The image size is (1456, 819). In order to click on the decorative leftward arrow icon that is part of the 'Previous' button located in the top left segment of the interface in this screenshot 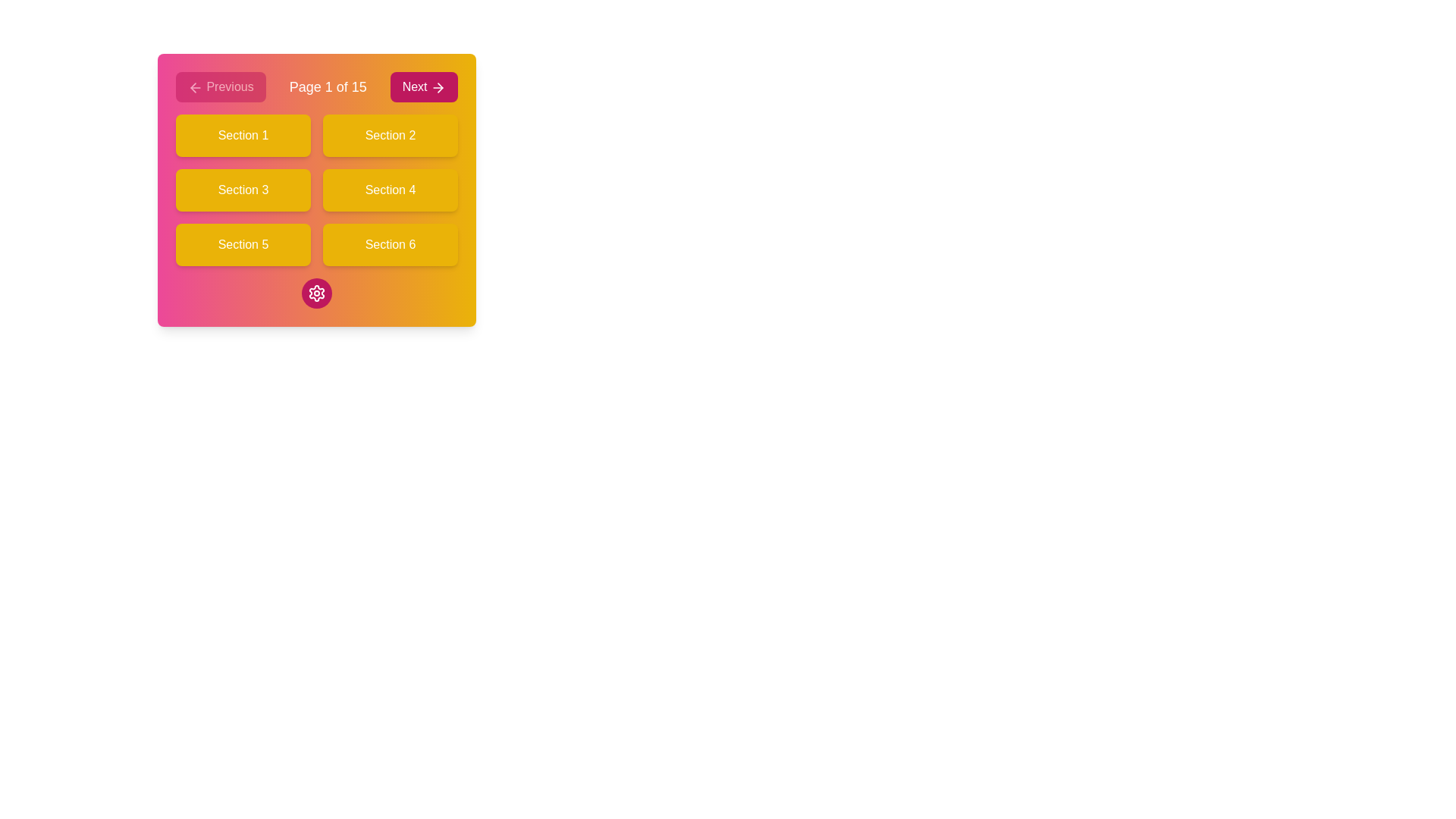, I will do `click(193, 87)`.